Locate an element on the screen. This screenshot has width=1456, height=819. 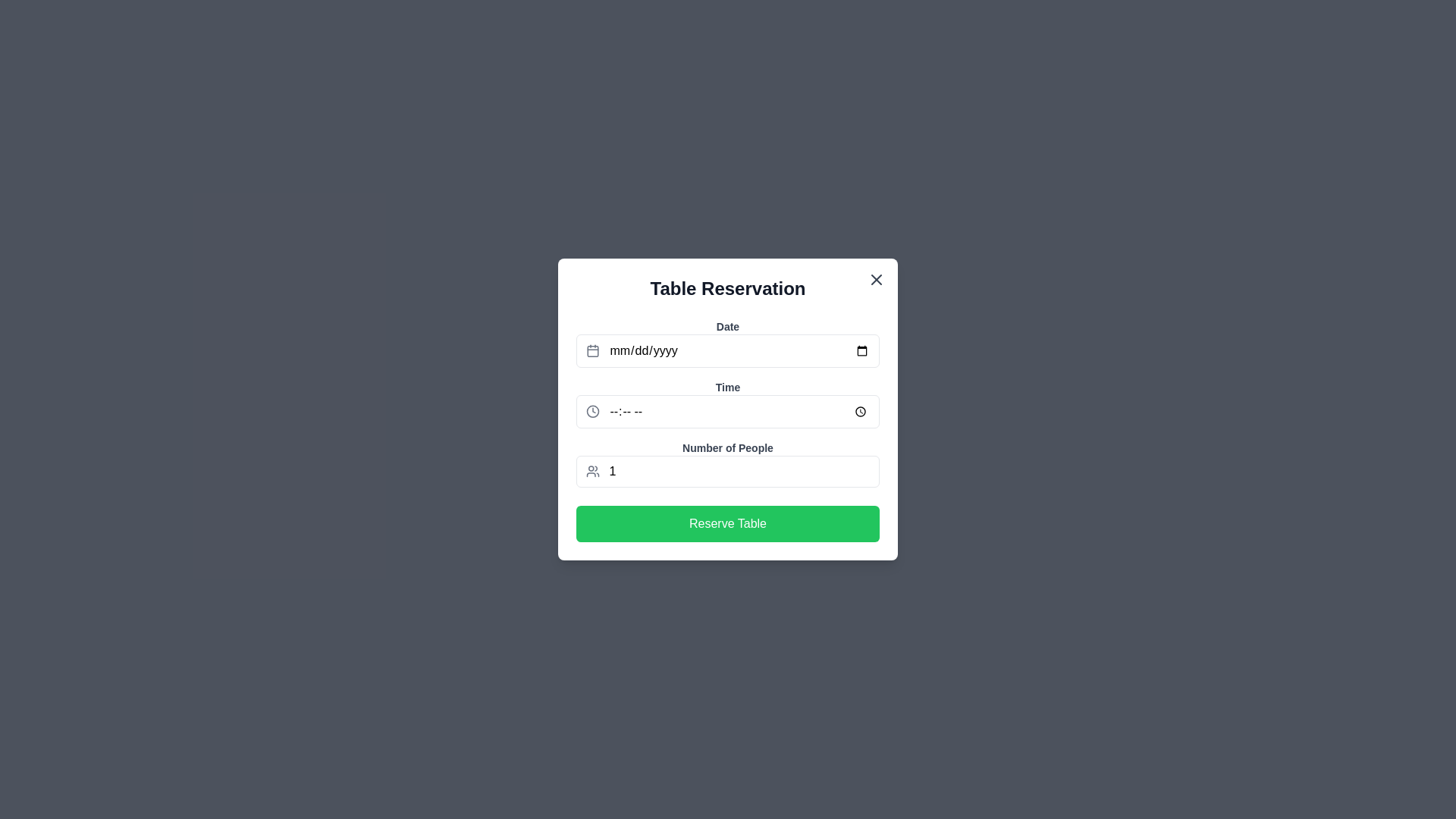
the text header labeled 'Table Reservation', which is bold and centered above the input fields and button is located at coordinates (728, 289).